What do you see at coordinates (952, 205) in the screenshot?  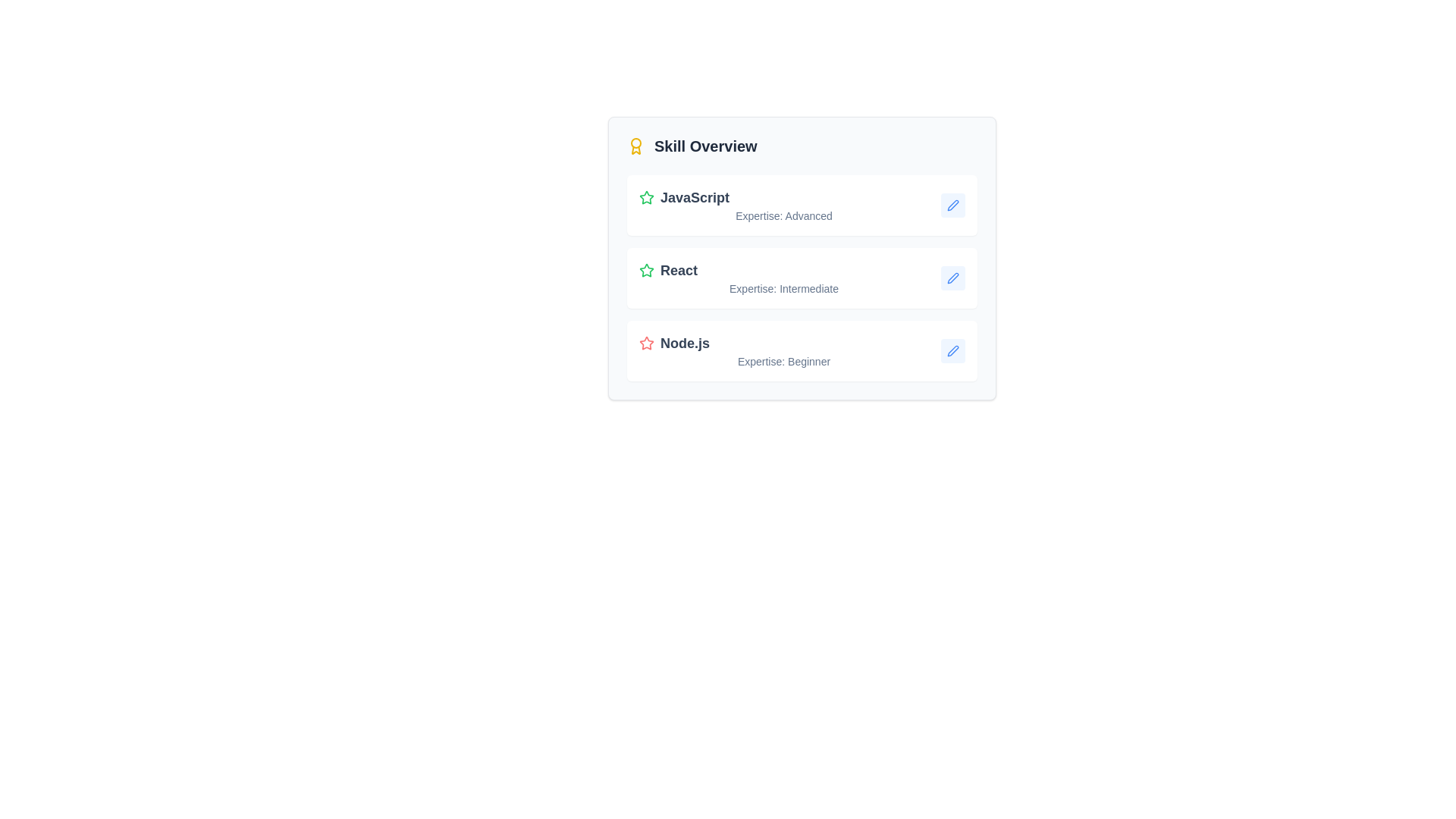 I see `the edit button located at the top-right corner of the JavaScript skill card` at bounding box center [952, 205].